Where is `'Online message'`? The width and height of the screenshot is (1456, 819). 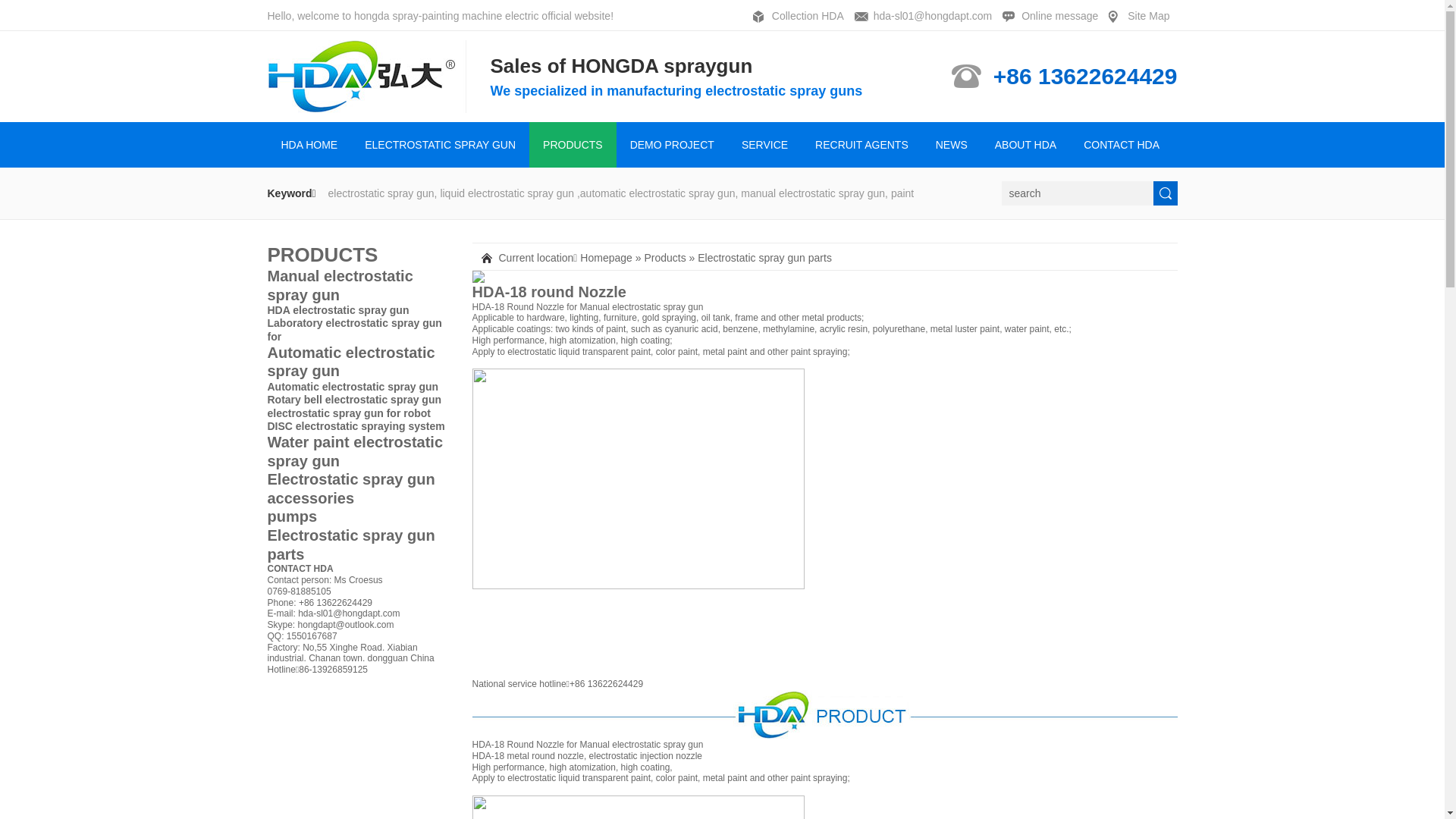
'Online message' is located at coordinates (1053, 16).